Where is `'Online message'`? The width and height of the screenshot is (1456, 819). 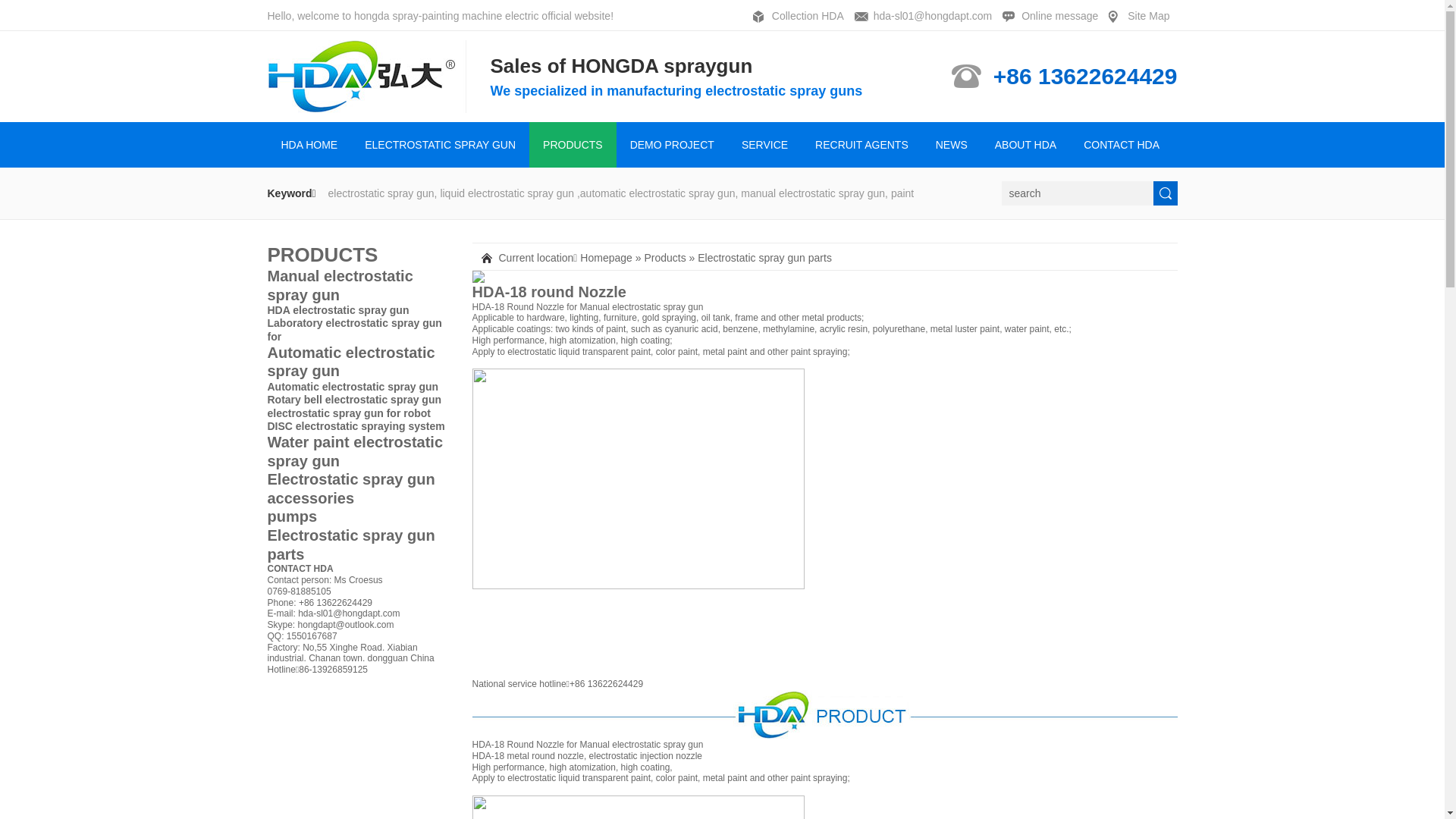
'Online message' is located at coordinates (1053, 16).